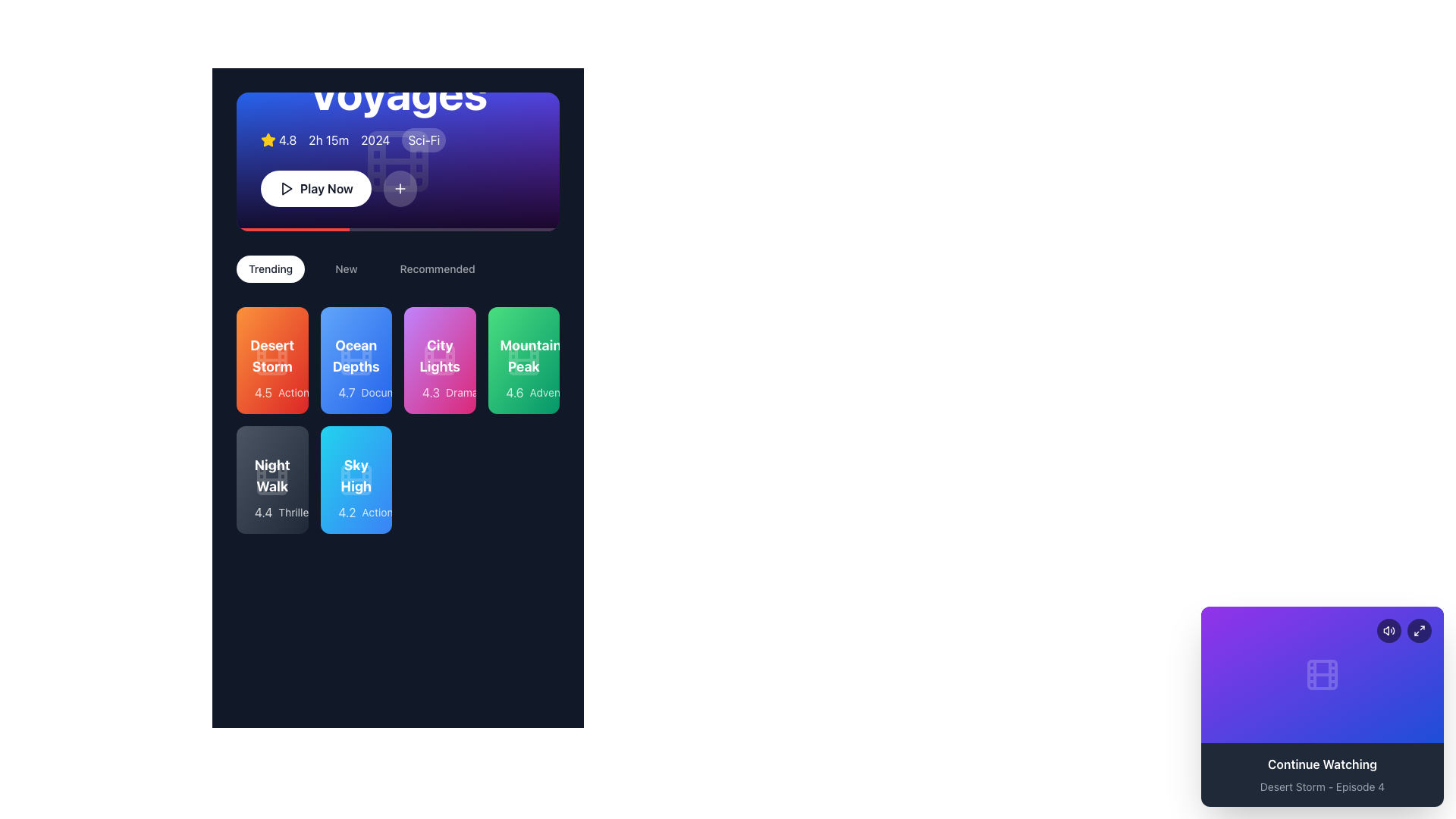 Image resolution: width=1456 pixels, height=819 pixels. What do you see at coordinates (272, 480) in the screenshot?
I see `the 'Night Walk' card, which is the first item in the second row of the grid layout` at bounding box center [272, 480].